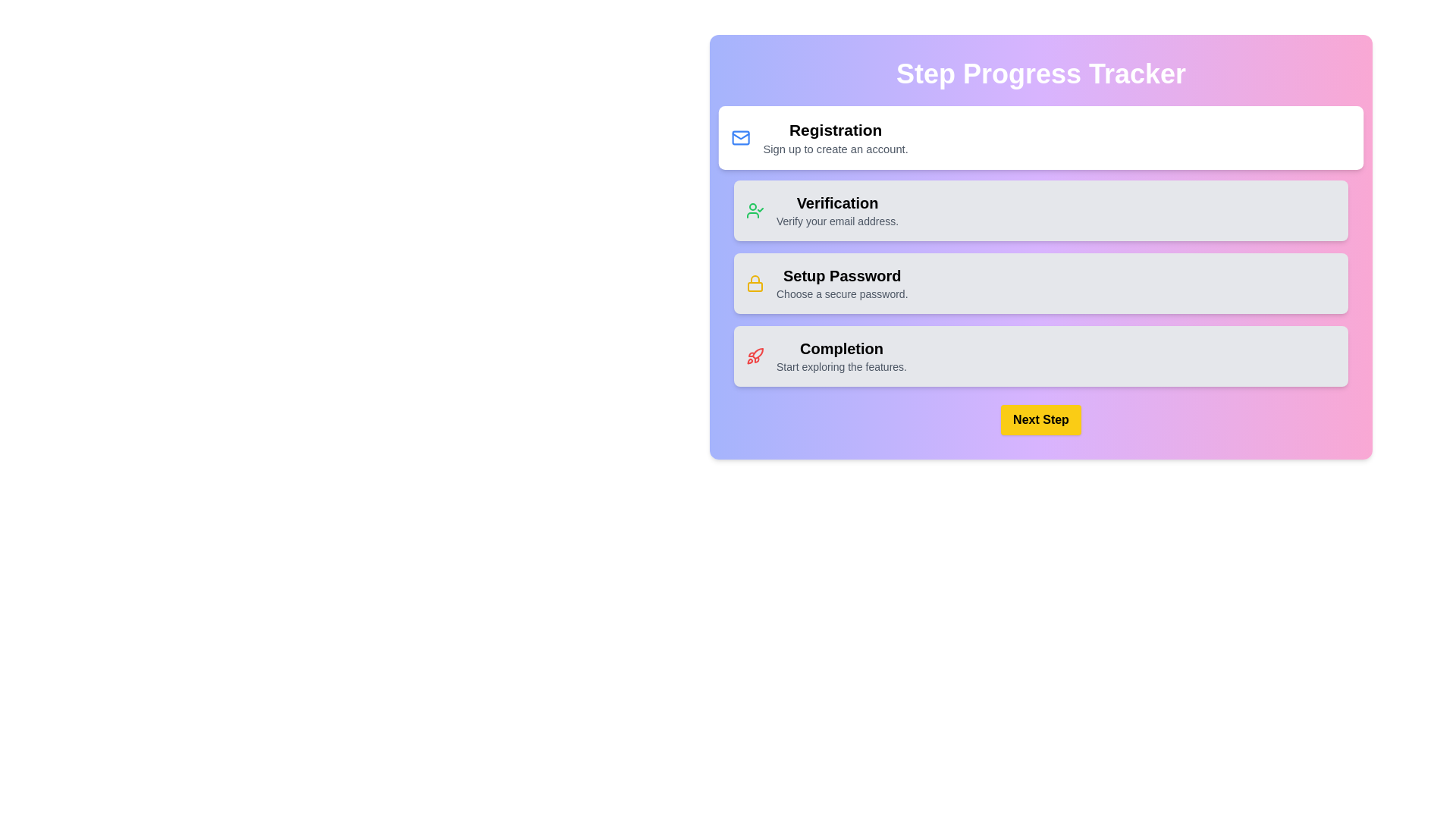 This screenshot has width=1456, height=819. I want to click on the bold text label 'Setup Password', which is styled with the font class 'text-xl font-bold' and is displayed in black color on a light background, so click(841, 275).